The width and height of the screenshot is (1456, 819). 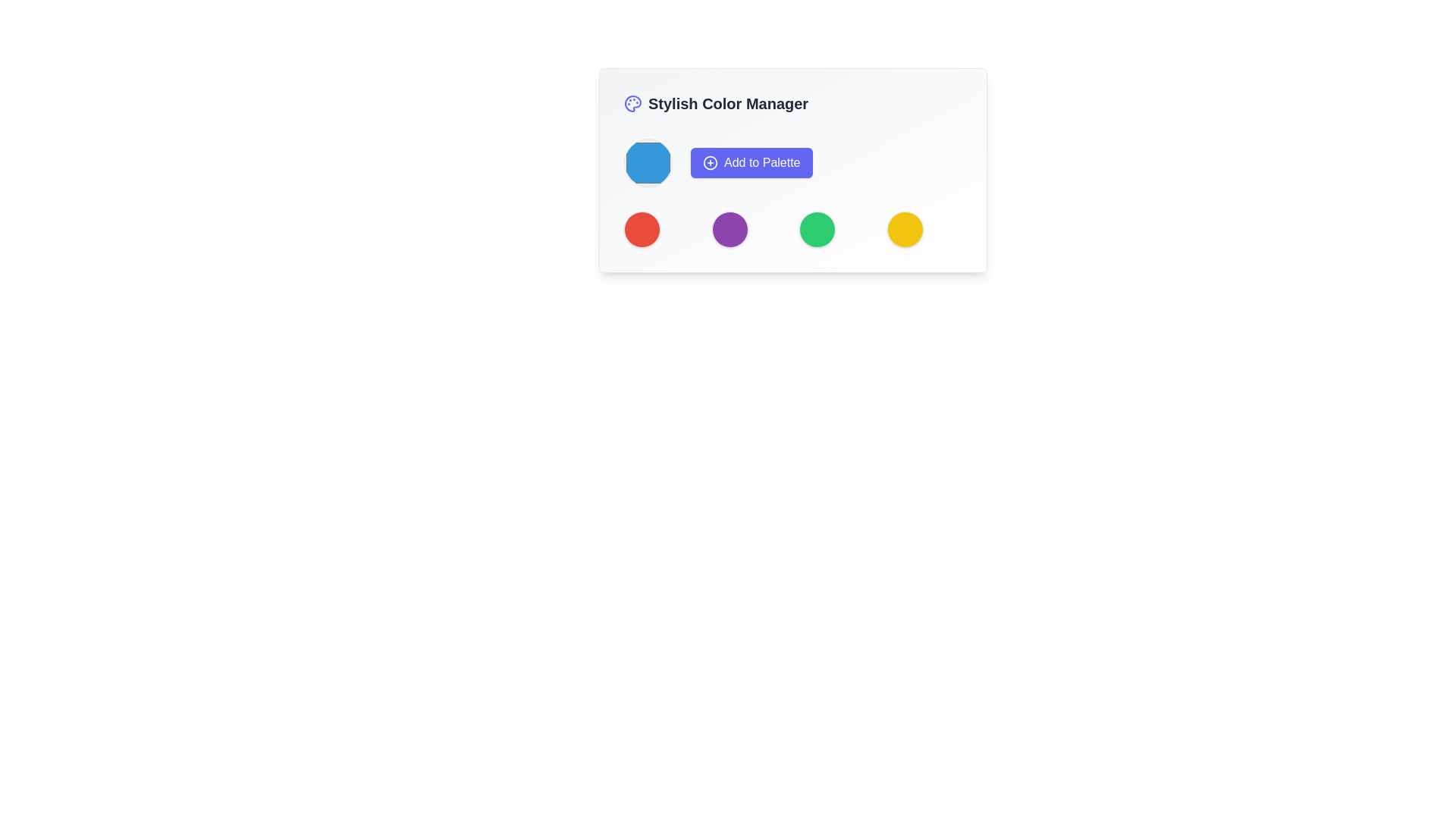 What do you see at coordinates (817, 230) in the screenshot?
I see `the third button in a horizontal sequence of four circular buttons` at bounding box center [817, 230].